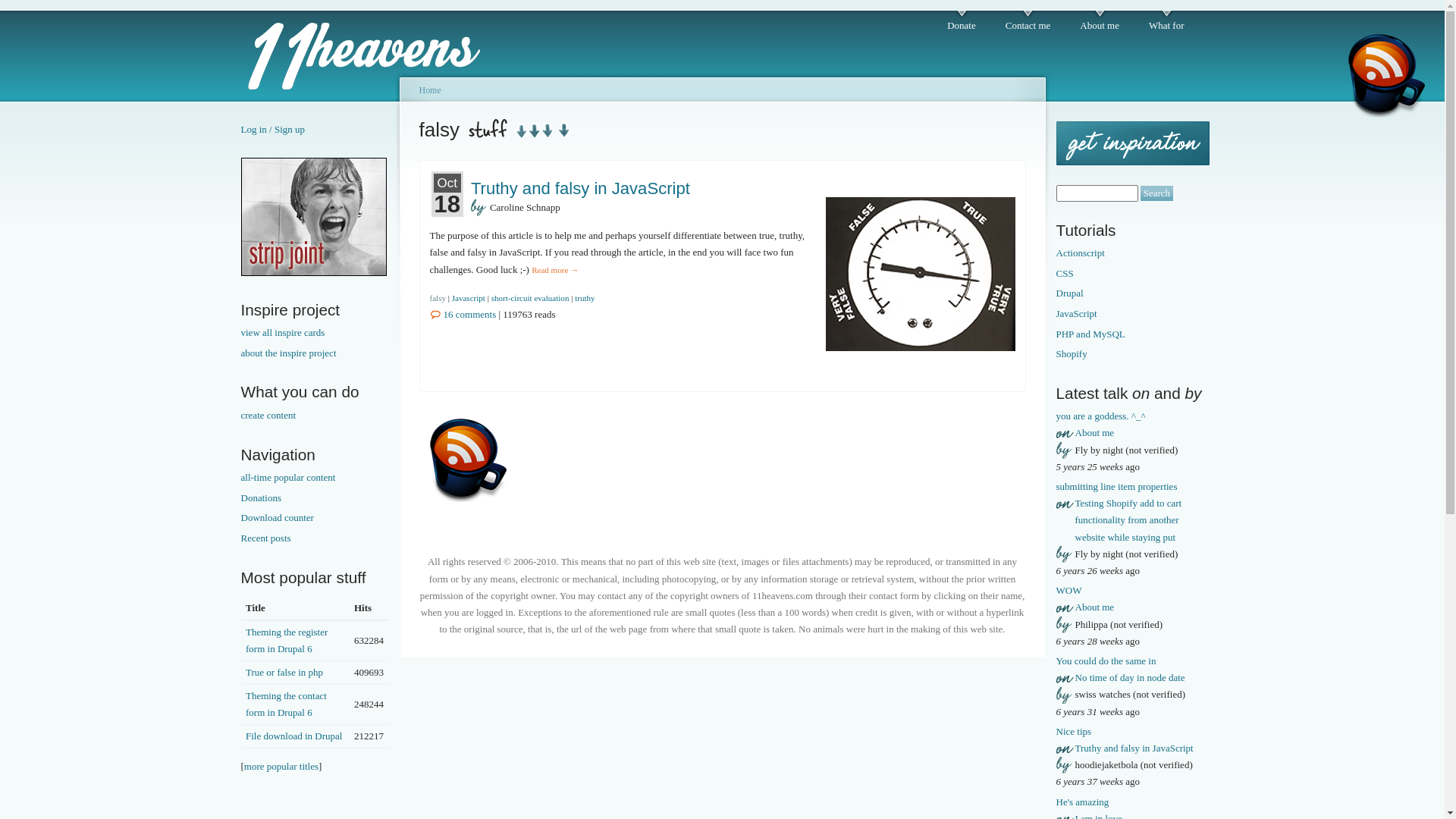  What do you see at coordinates (314, 497) in the screenshot?
I see `'Donations'` at bounding box center [314, 497].